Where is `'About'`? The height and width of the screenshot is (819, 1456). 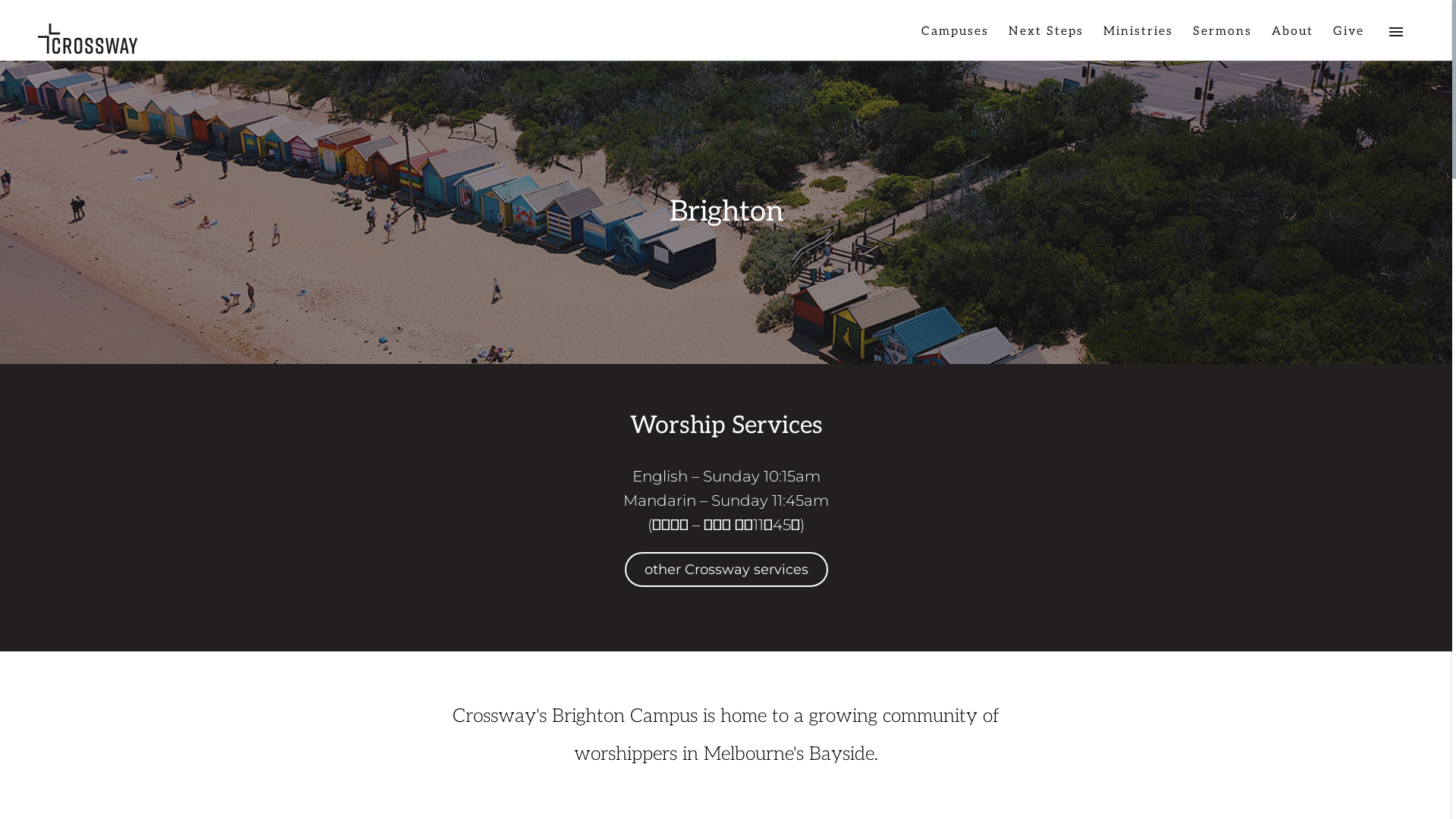 'About' is located at coordinates (1291, 37).